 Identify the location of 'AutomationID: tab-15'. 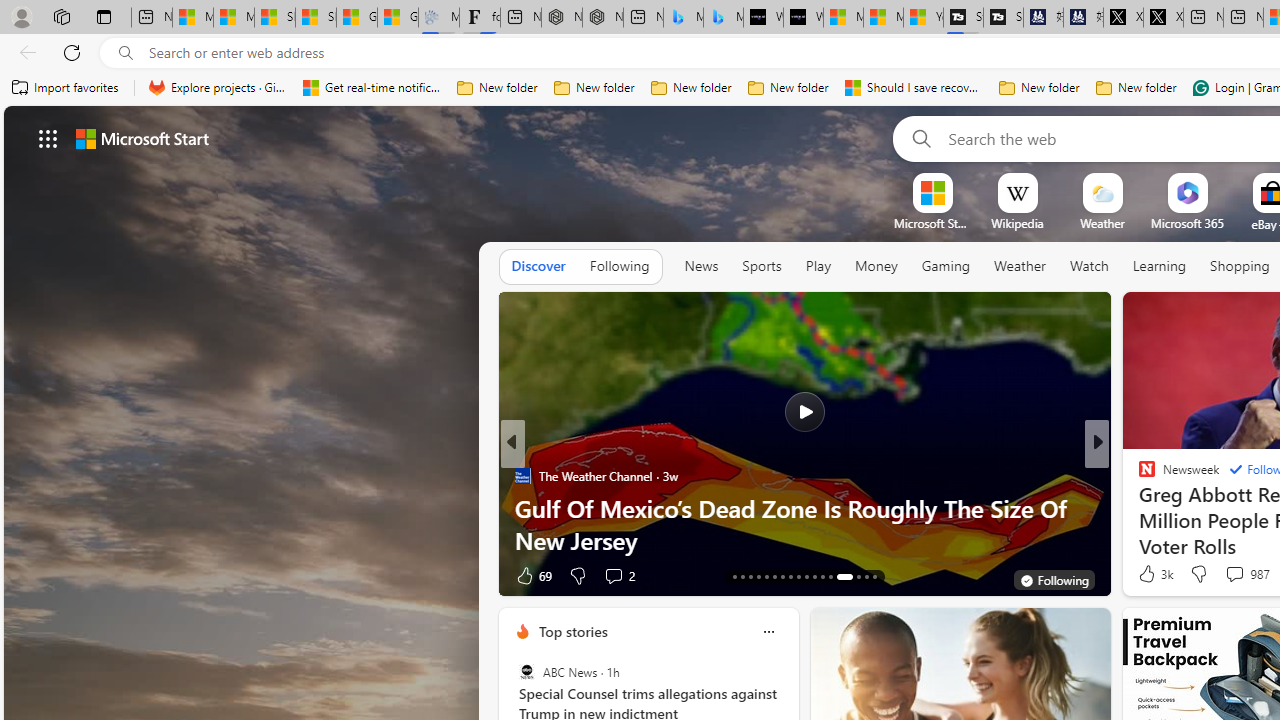
(749, 577).